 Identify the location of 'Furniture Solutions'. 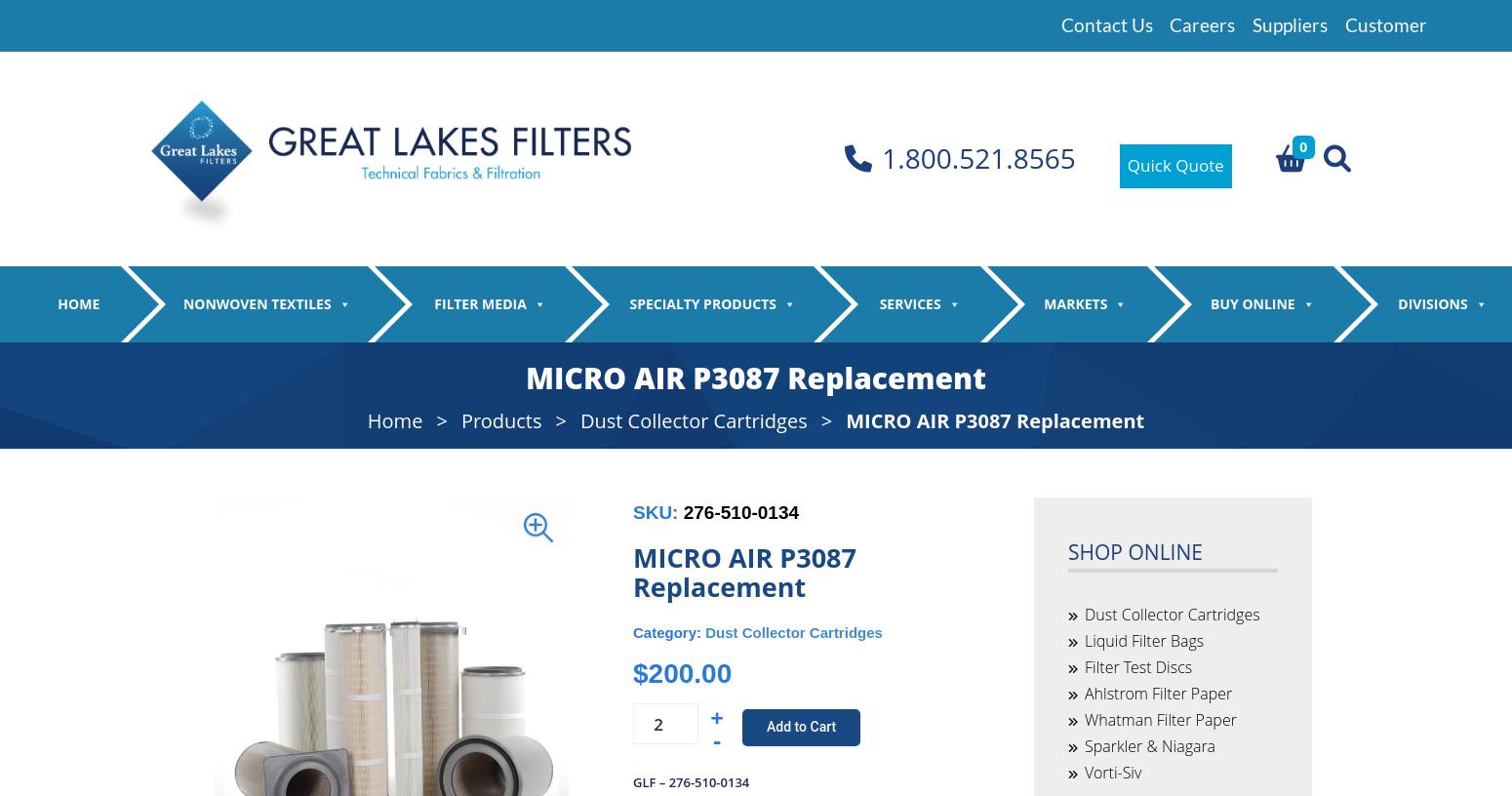
(1055, 538).